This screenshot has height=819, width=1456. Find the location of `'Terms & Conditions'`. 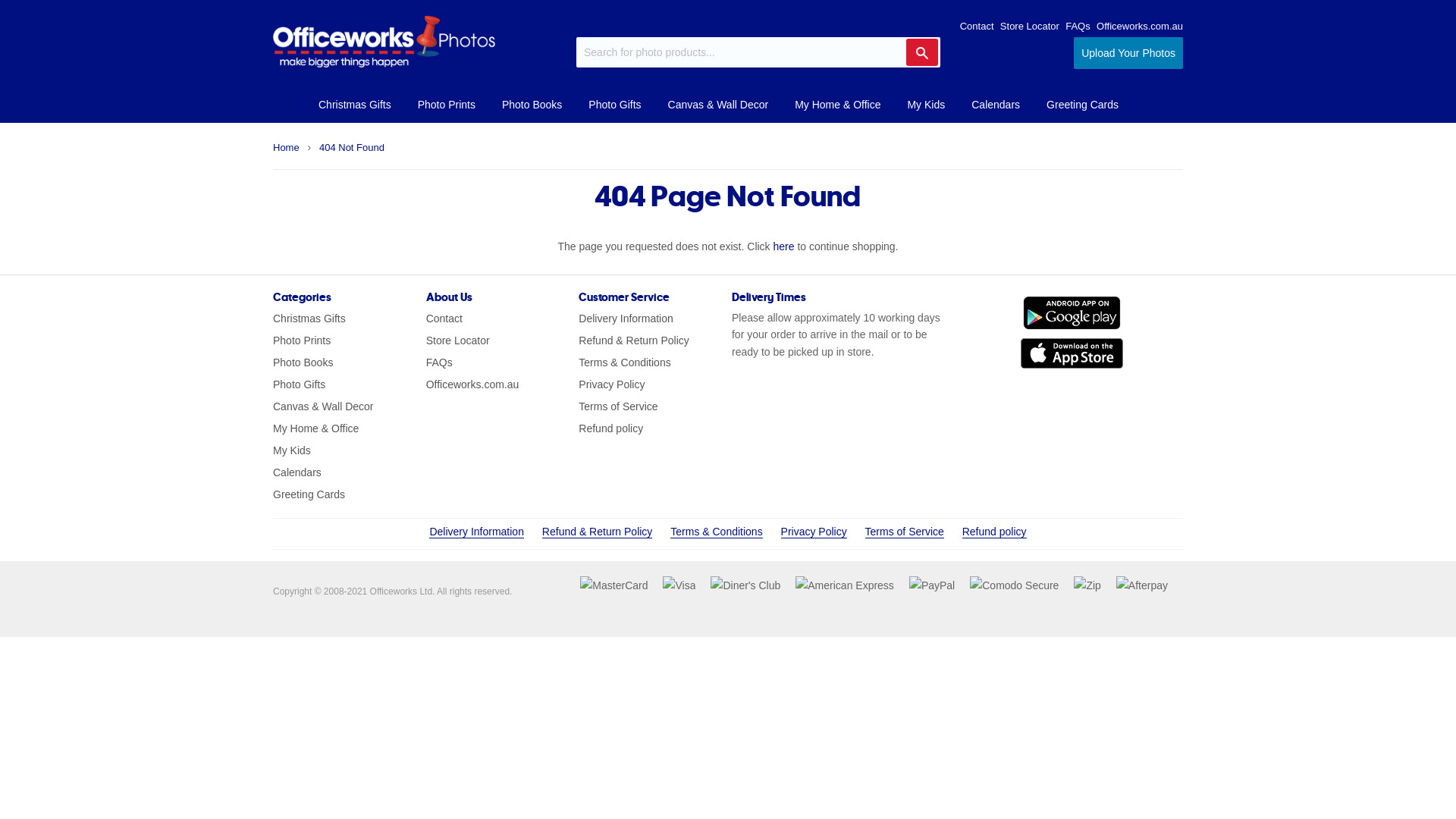

'Terms & Conditions' is located at coordinates (715, 531).